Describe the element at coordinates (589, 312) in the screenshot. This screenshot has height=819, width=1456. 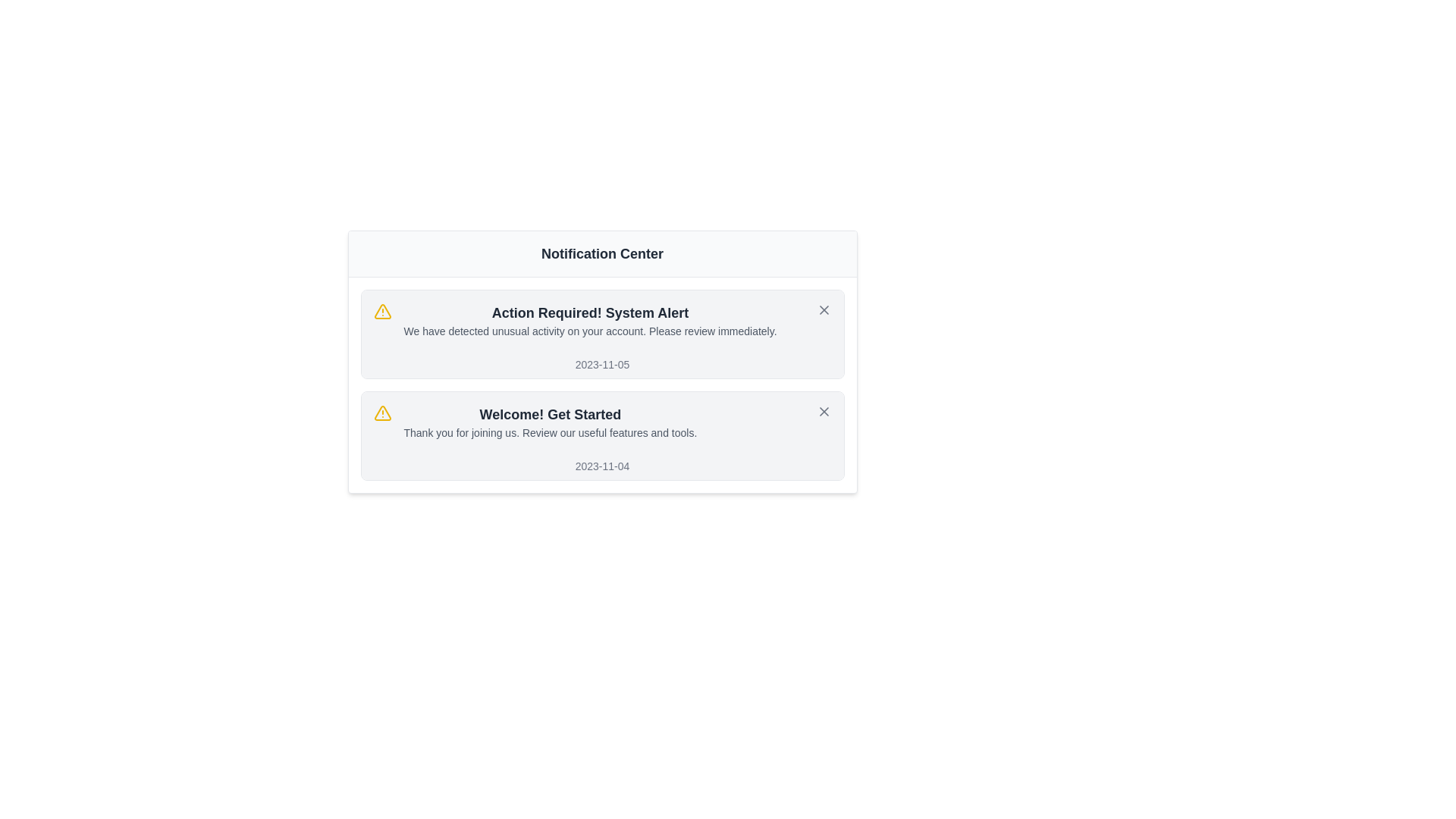
I see `the text label stating 'Action Required! System Alert' which is bold and dark gray, located in the first notification card below the 'Notification Center' header to potentially reveal a tooltip` at that location.